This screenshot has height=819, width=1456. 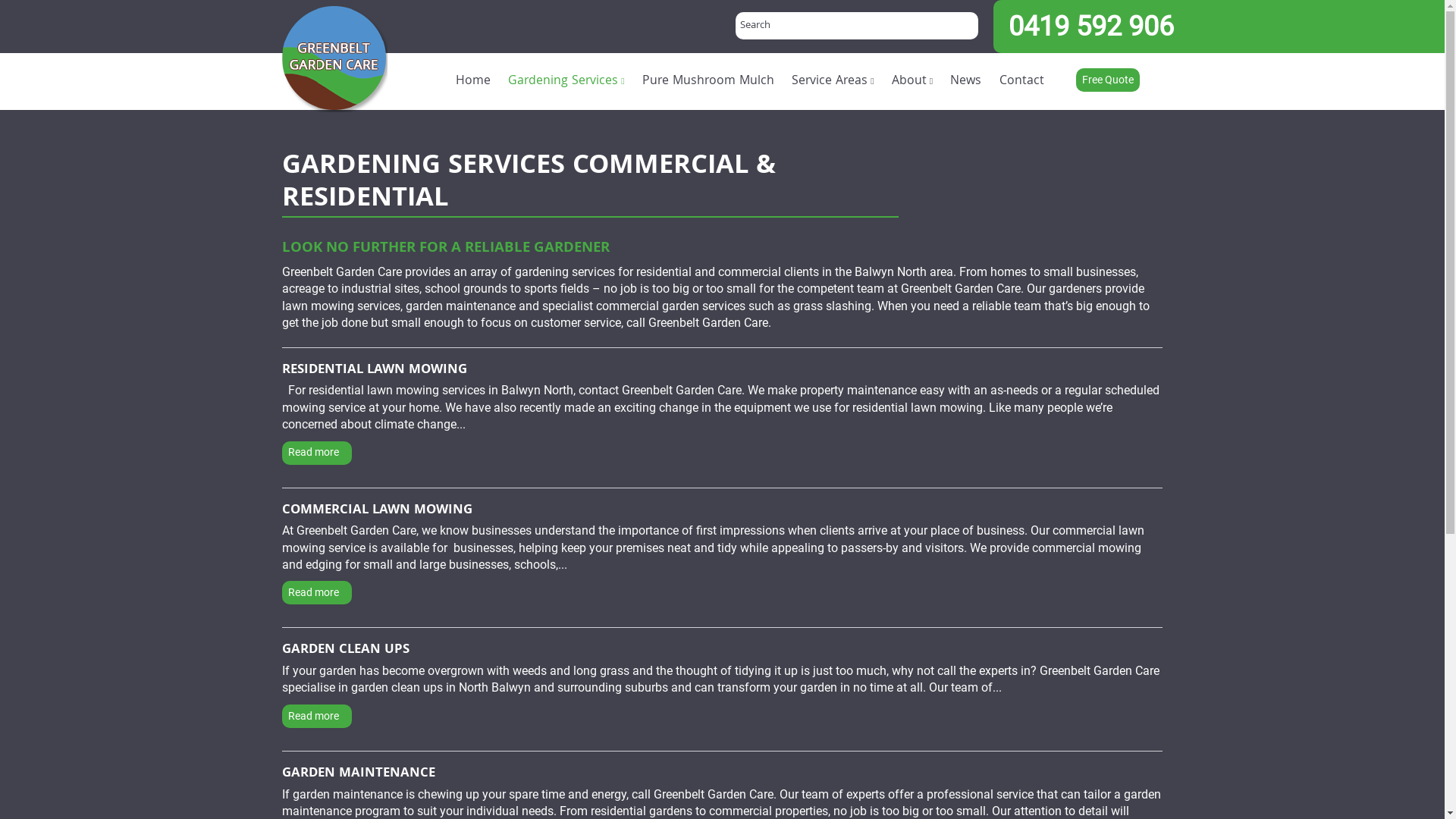 What do you see at coordinates (472, 81) in the screenshot?
I see `'Home'` at bounding box center [472, 81].